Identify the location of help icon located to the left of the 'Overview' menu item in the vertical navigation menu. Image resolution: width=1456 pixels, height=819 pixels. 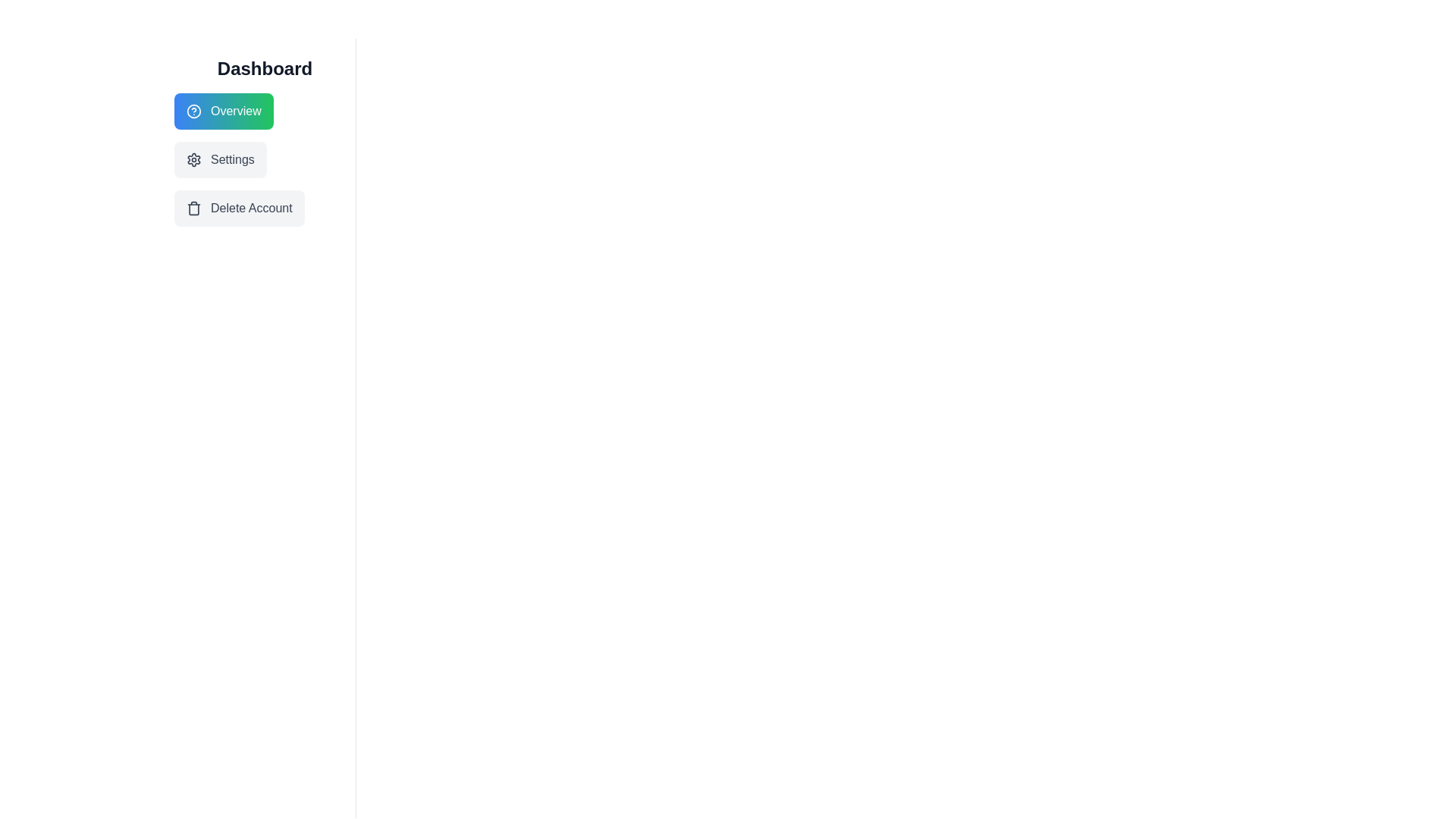
(193, 110).